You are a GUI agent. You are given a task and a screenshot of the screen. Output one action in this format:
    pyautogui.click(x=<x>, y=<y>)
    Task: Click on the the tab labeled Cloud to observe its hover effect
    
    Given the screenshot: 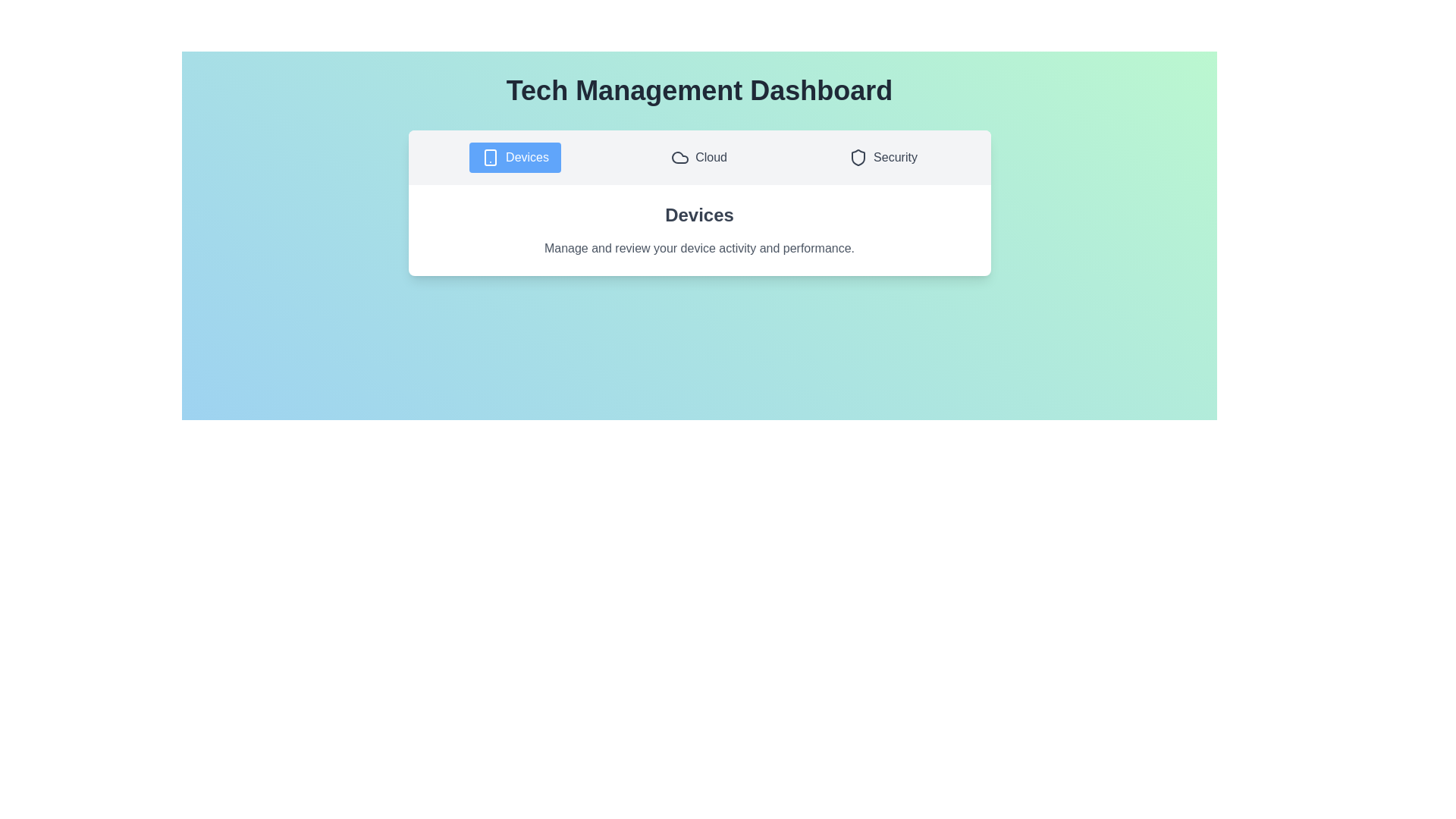 What is the action you would take?
    pyautogui.click(x=698, y=158)
    